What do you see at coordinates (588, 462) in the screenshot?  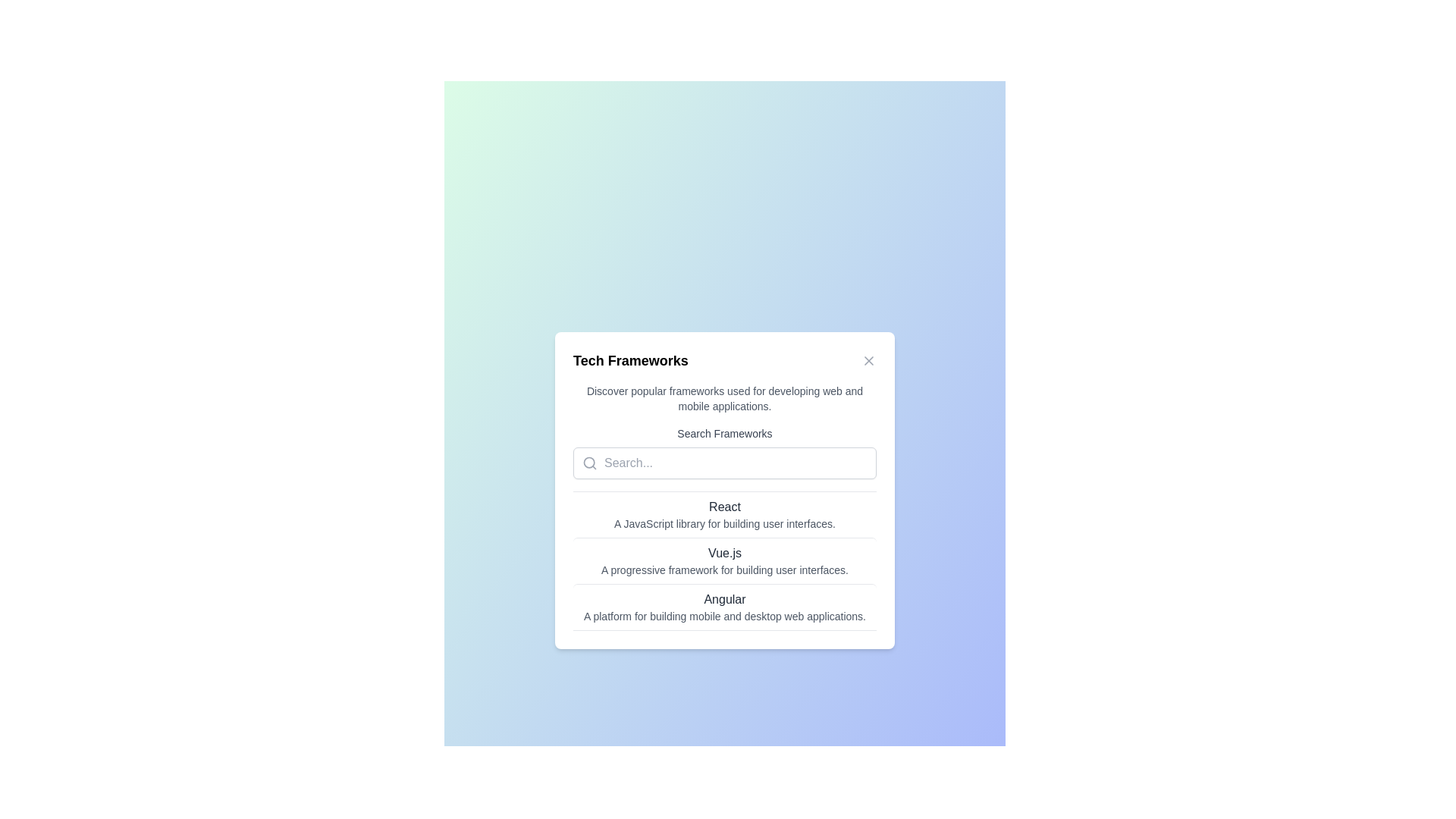 I see `the search icon located inside the search input field, which visually represents the search capability of the input box` at bounding box center [588, 462].